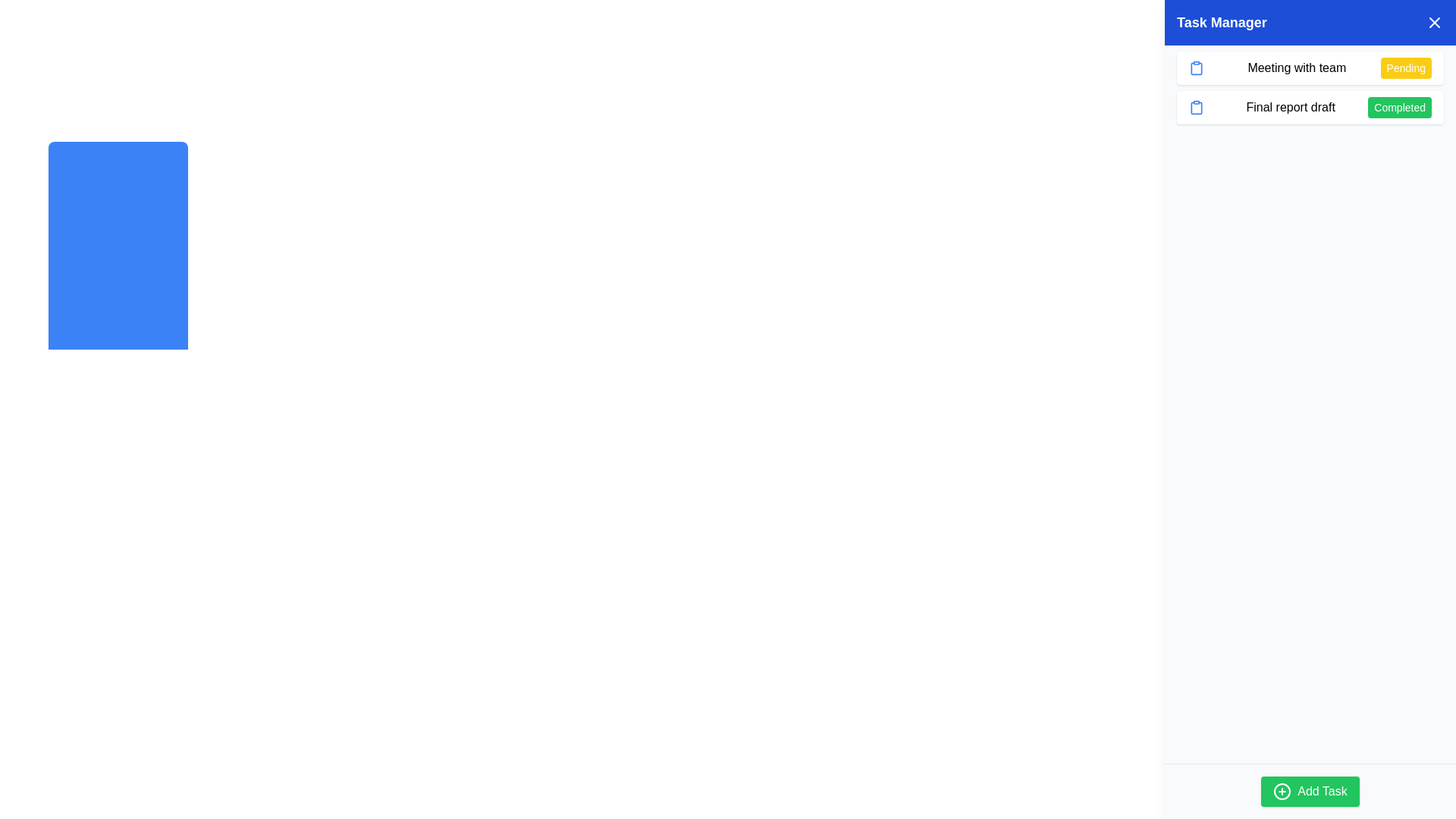  Describe the element at coordinates (1433, 23) in the screenshot. I see `the cross-shaped icon in the top-right corner of the 'Task Manager' header bar` at that location.